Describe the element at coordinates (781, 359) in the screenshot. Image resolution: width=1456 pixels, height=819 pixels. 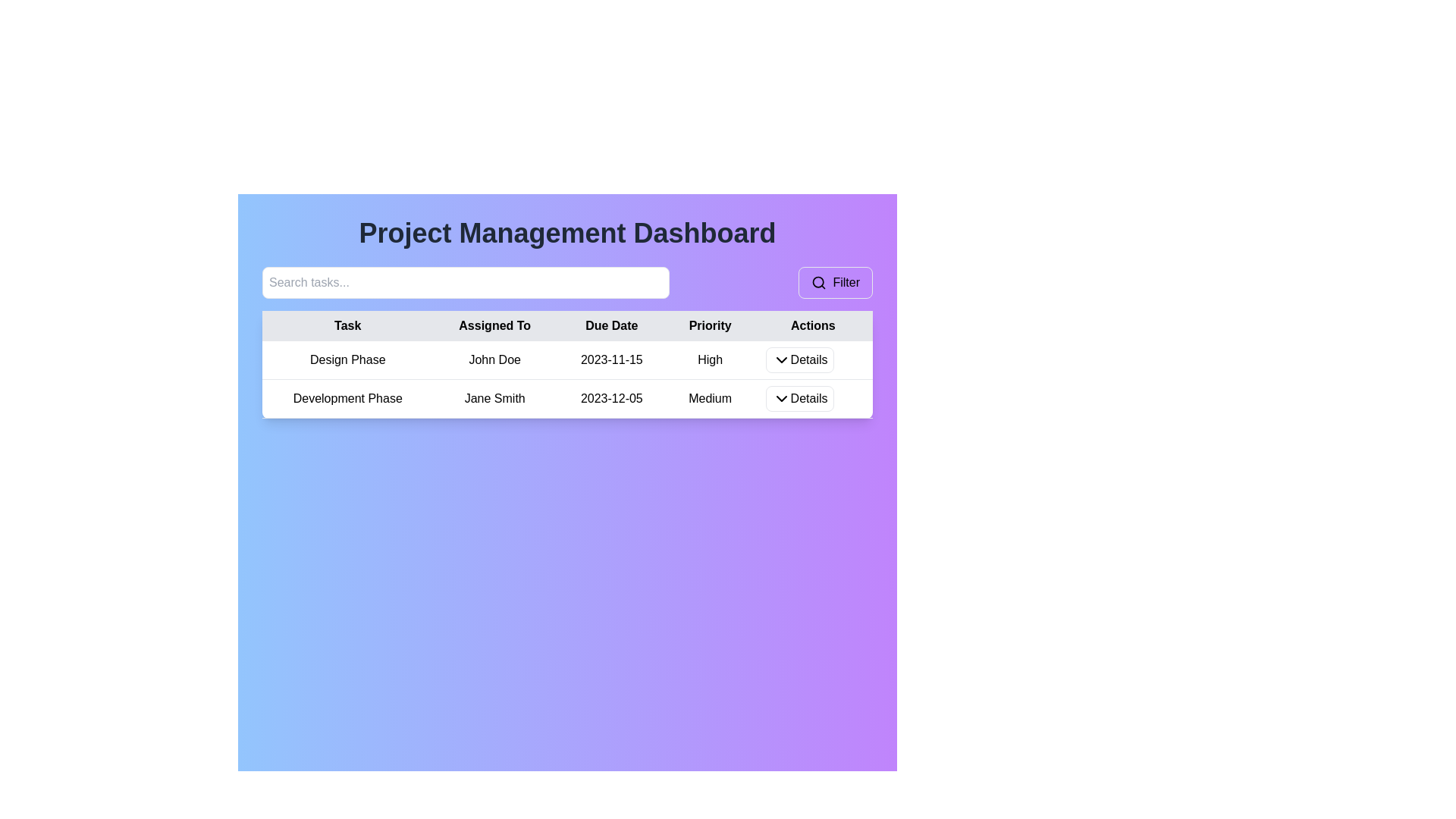
I see `the chevron icon located in the 'Actions' column, immediately to the left of the 'Details' label` at that location.